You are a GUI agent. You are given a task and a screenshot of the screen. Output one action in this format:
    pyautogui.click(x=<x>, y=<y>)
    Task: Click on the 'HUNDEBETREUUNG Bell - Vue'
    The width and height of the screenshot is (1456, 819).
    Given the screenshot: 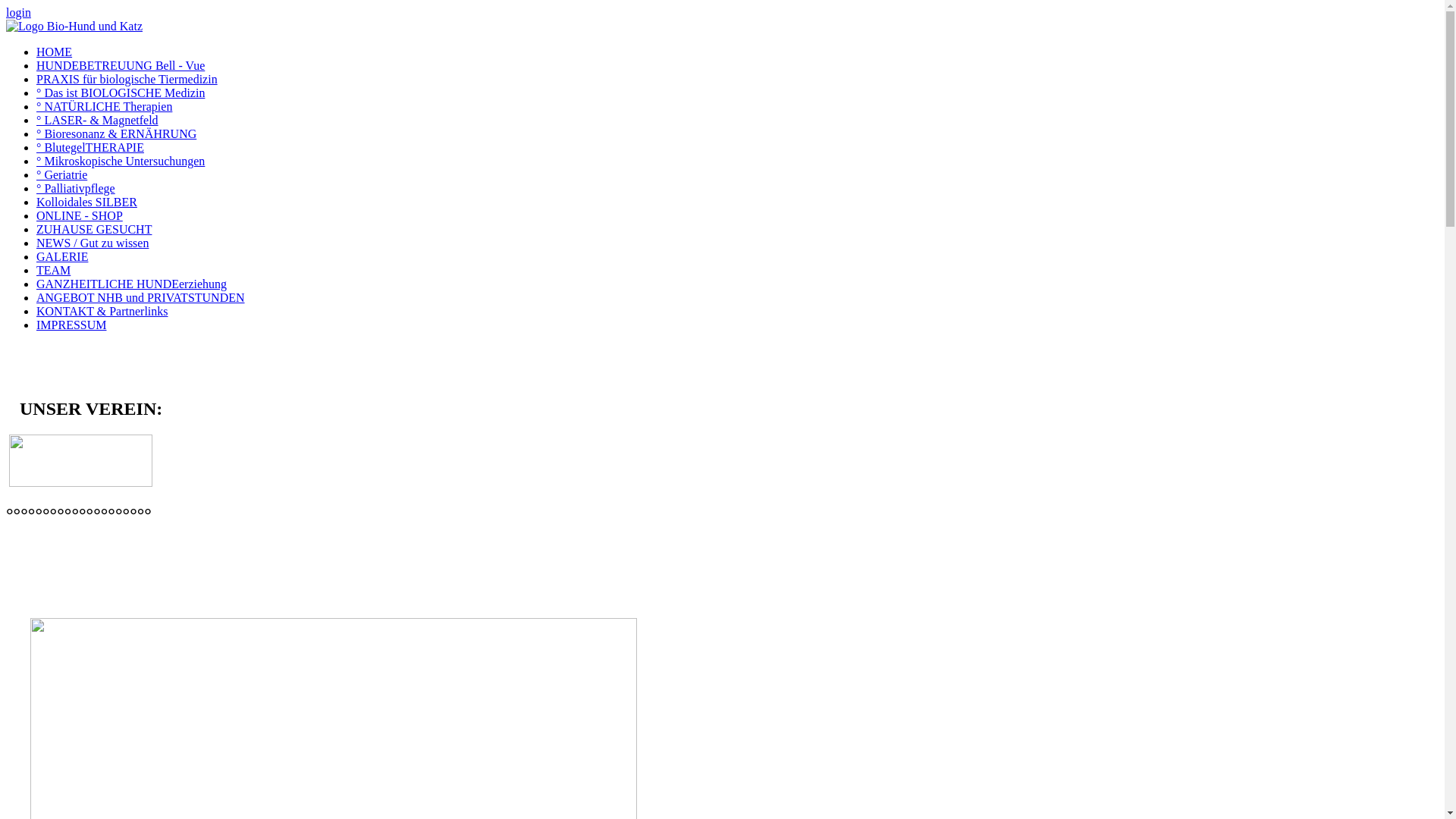 What is the action you would take?
    pyautogui.click(x=119, y=64)
    